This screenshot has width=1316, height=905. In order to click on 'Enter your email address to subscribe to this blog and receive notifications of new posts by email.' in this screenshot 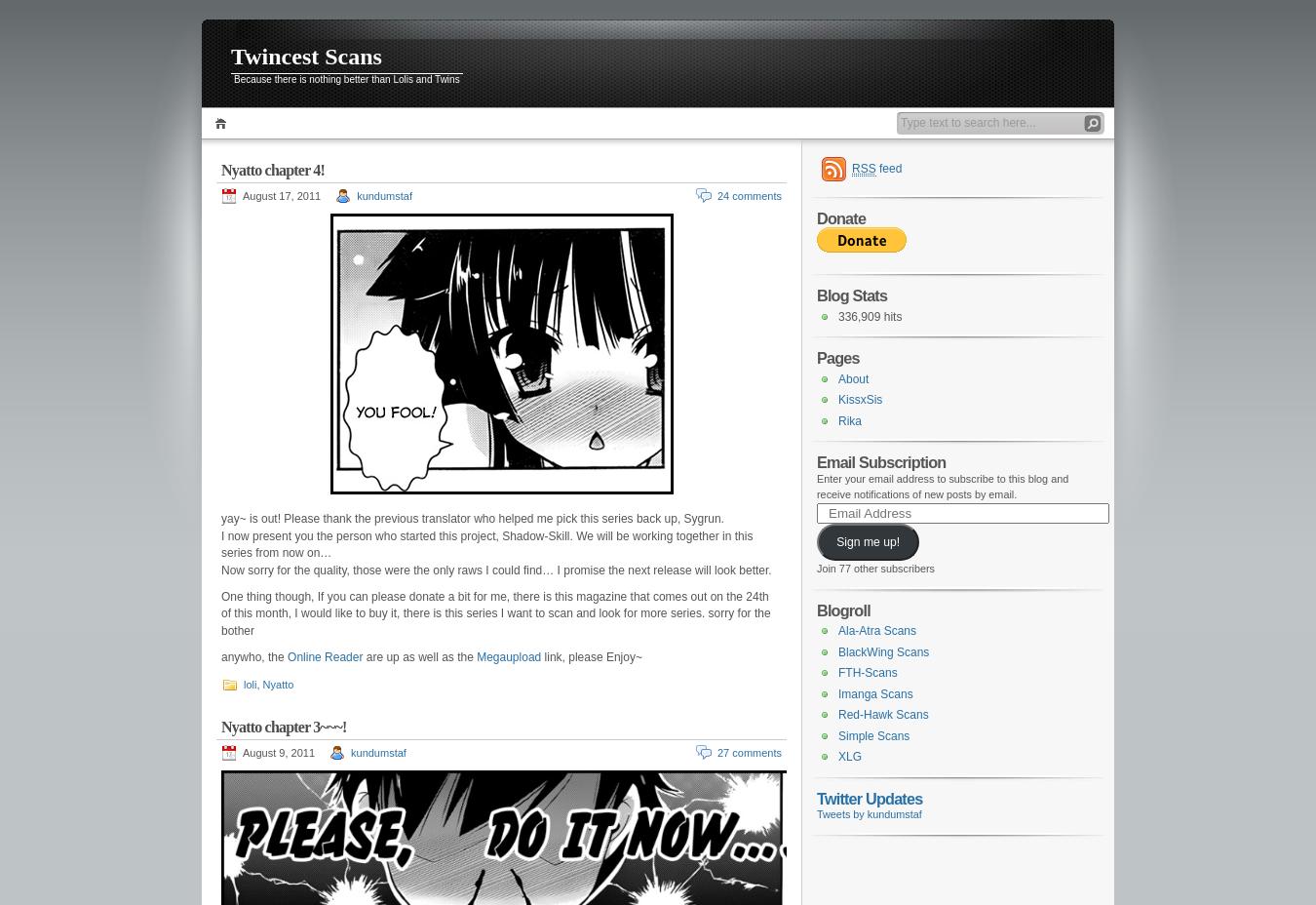, I will do `click(942, 485)`.